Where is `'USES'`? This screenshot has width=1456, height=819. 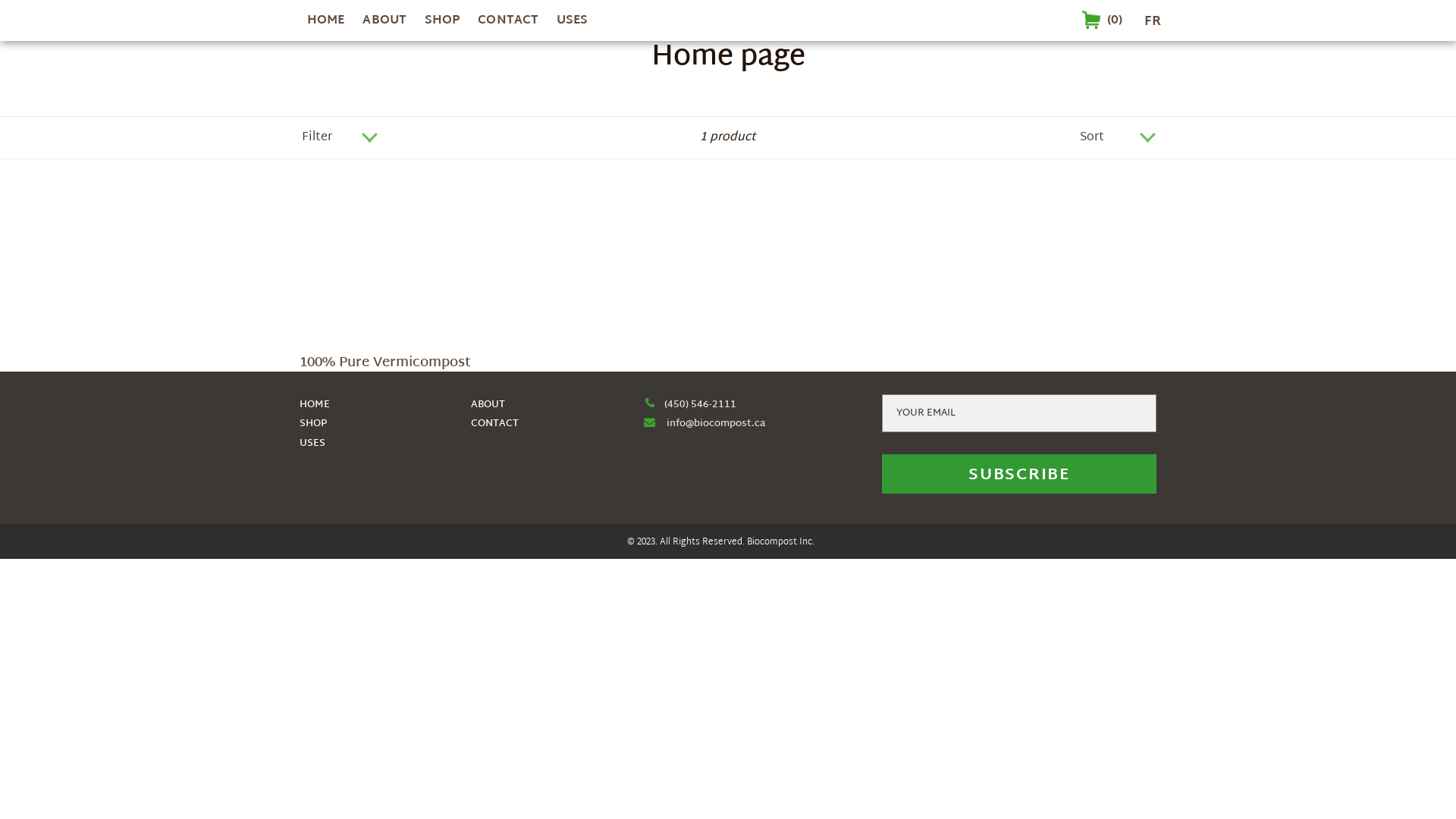 'USES' is located at coordinates (571, 20).